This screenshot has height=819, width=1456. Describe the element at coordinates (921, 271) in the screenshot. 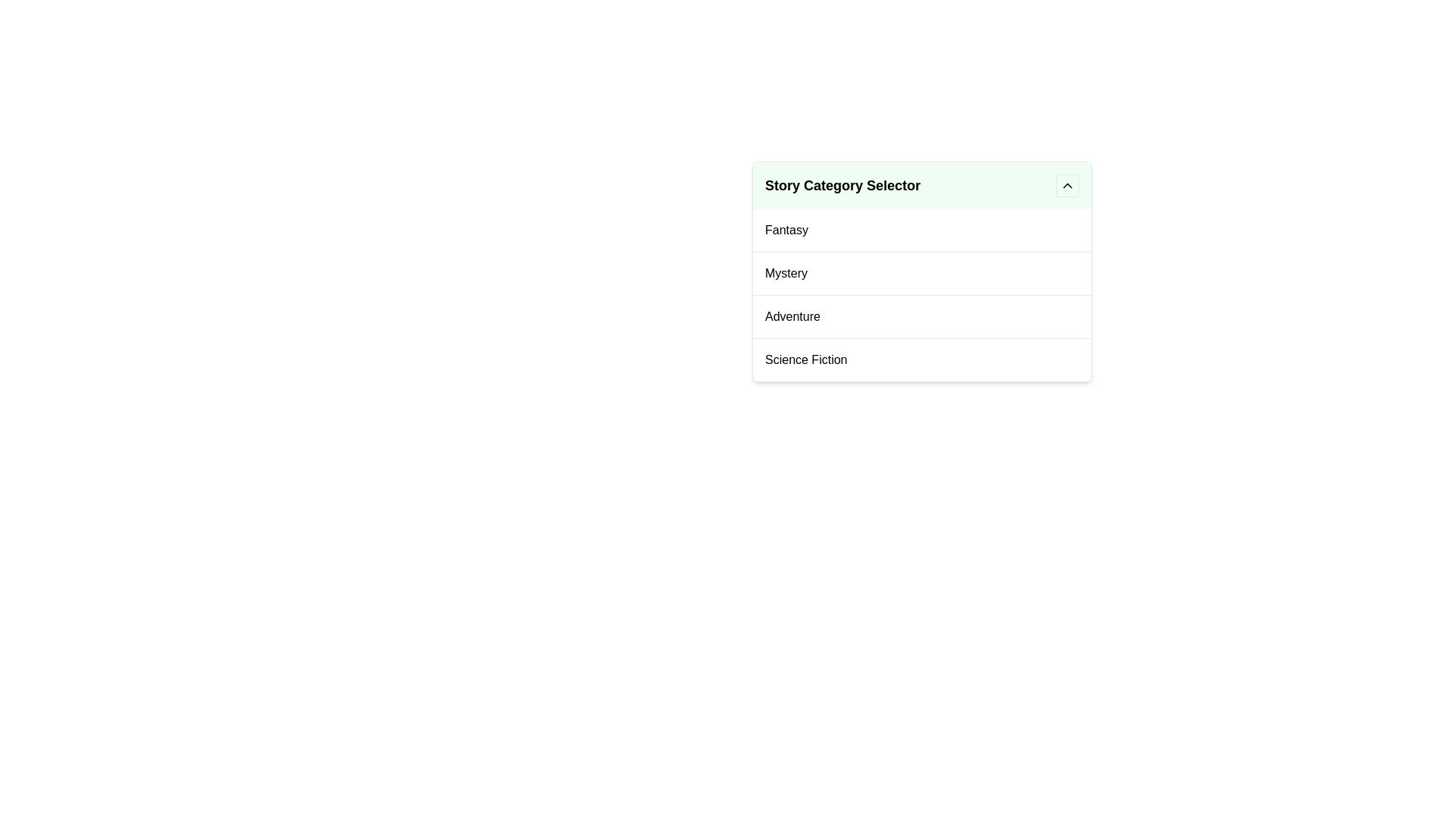

I see `the 'Mystery' category button in the selectable list under 'Story Category Selector'` at that location.